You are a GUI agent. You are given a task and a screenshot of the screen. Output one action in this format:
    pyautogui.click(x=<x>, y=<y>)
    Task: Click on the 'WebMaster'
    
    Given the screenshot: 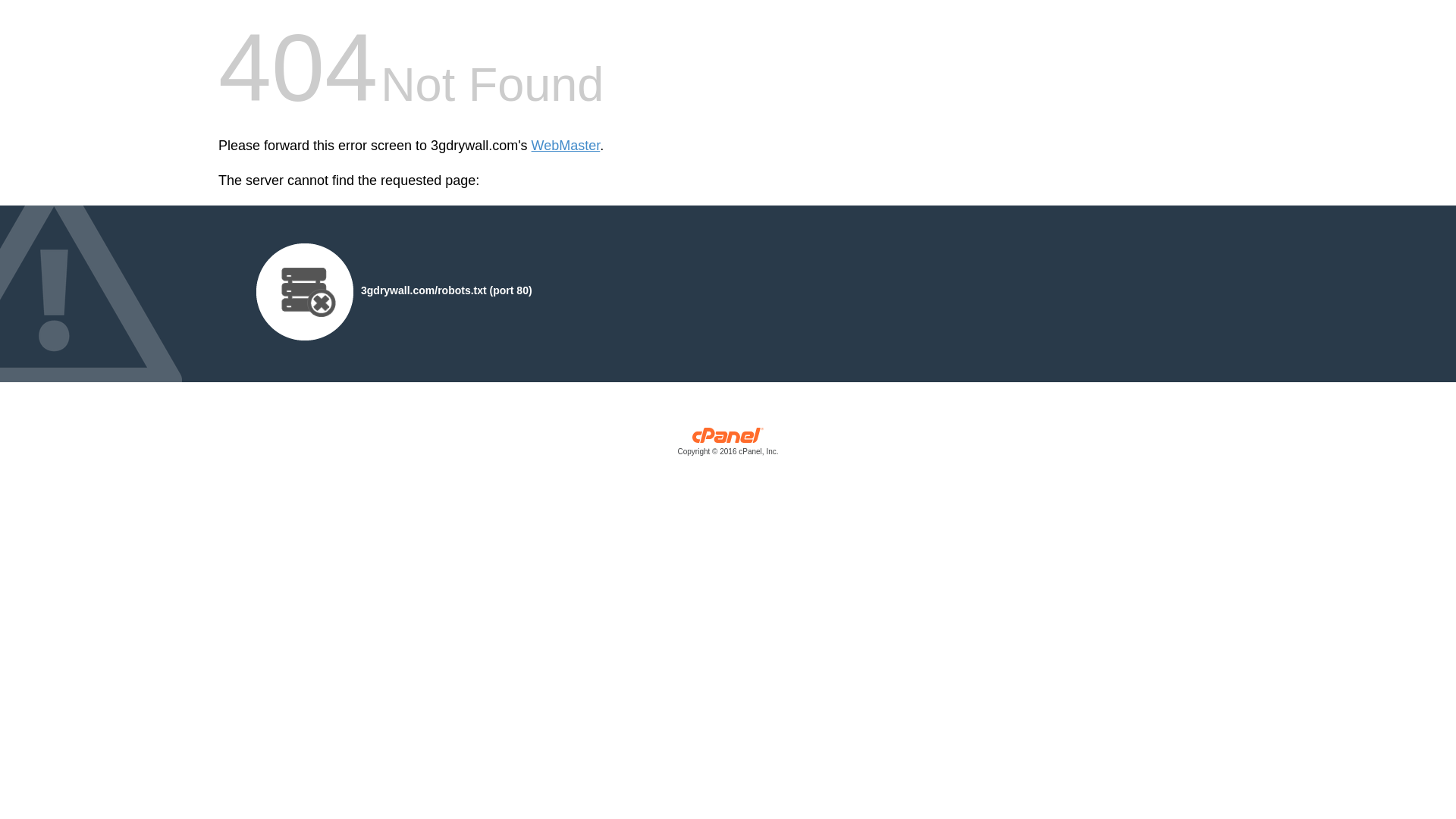 What is the action you would take?
    pyautogui.click(x=565, y=146)
    